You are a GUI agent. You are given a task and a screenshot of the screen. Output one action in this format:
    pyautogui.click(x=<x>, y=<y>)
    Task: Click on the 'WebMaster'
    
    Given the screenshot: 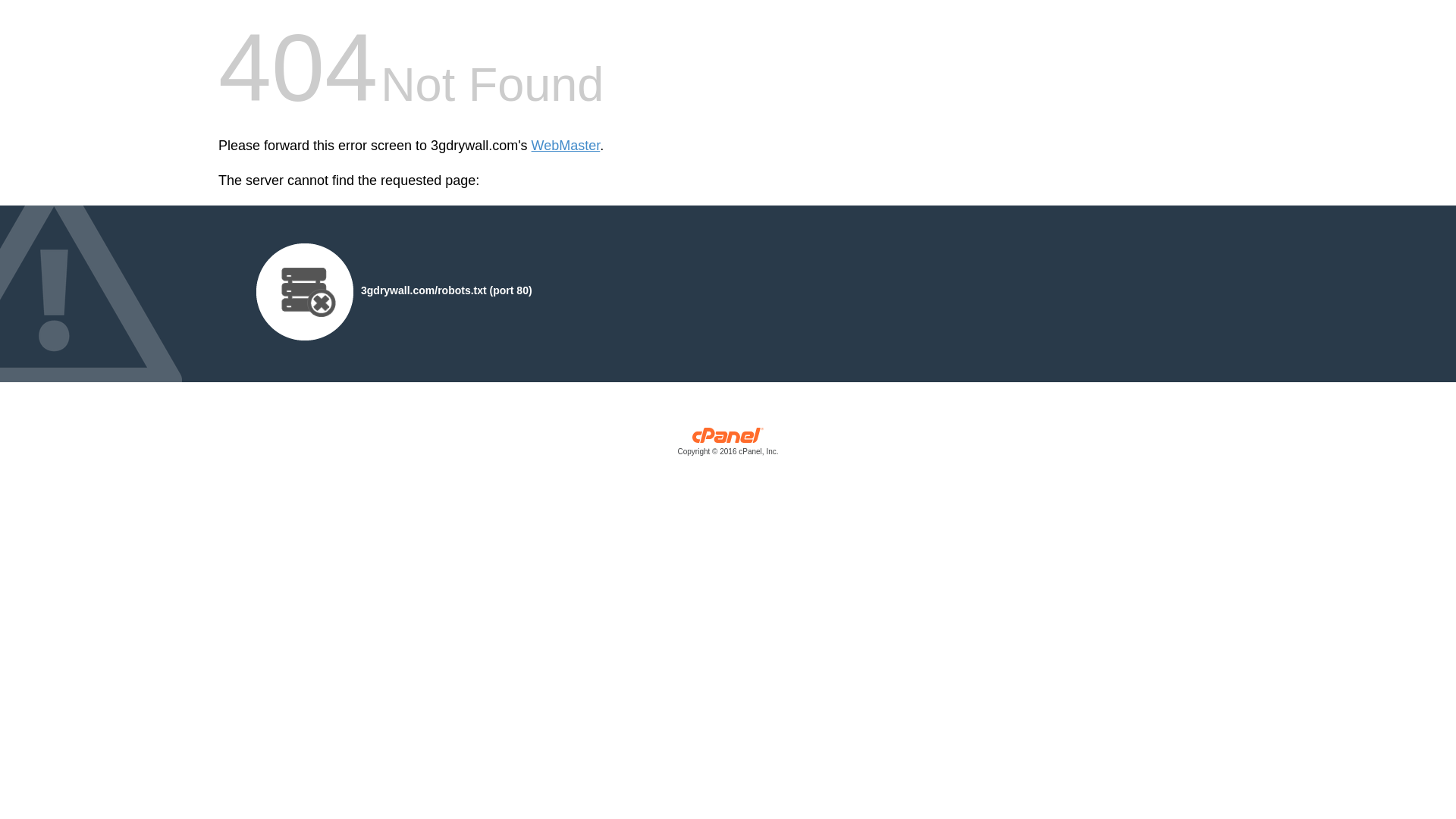 What is the action you would take?
    pyautogui.click(x=565, y=146)
    